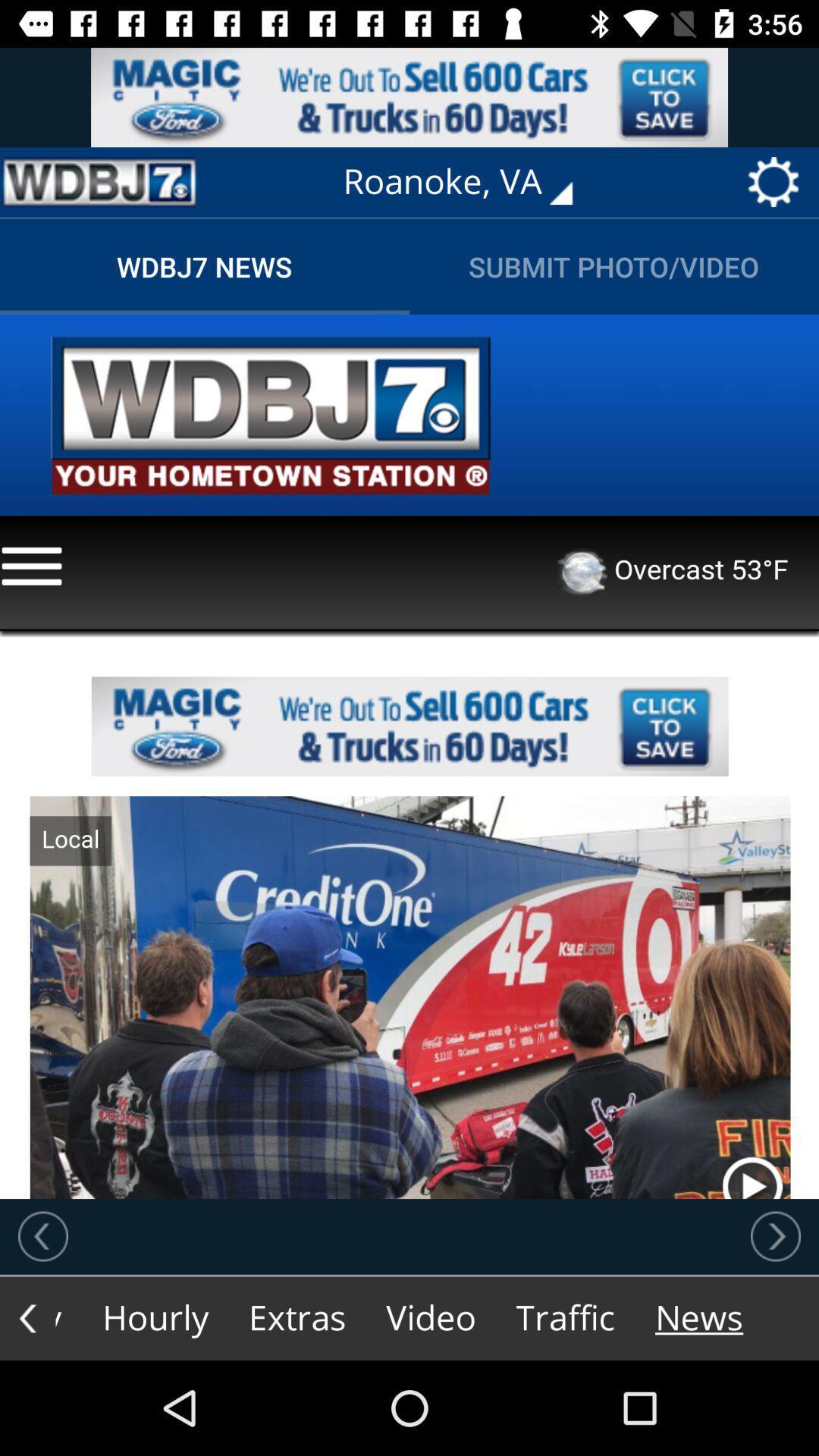 Image resolution: width=819 pixels, height=1456 pixels. I want to click on advertisement page, so click(99, 182).